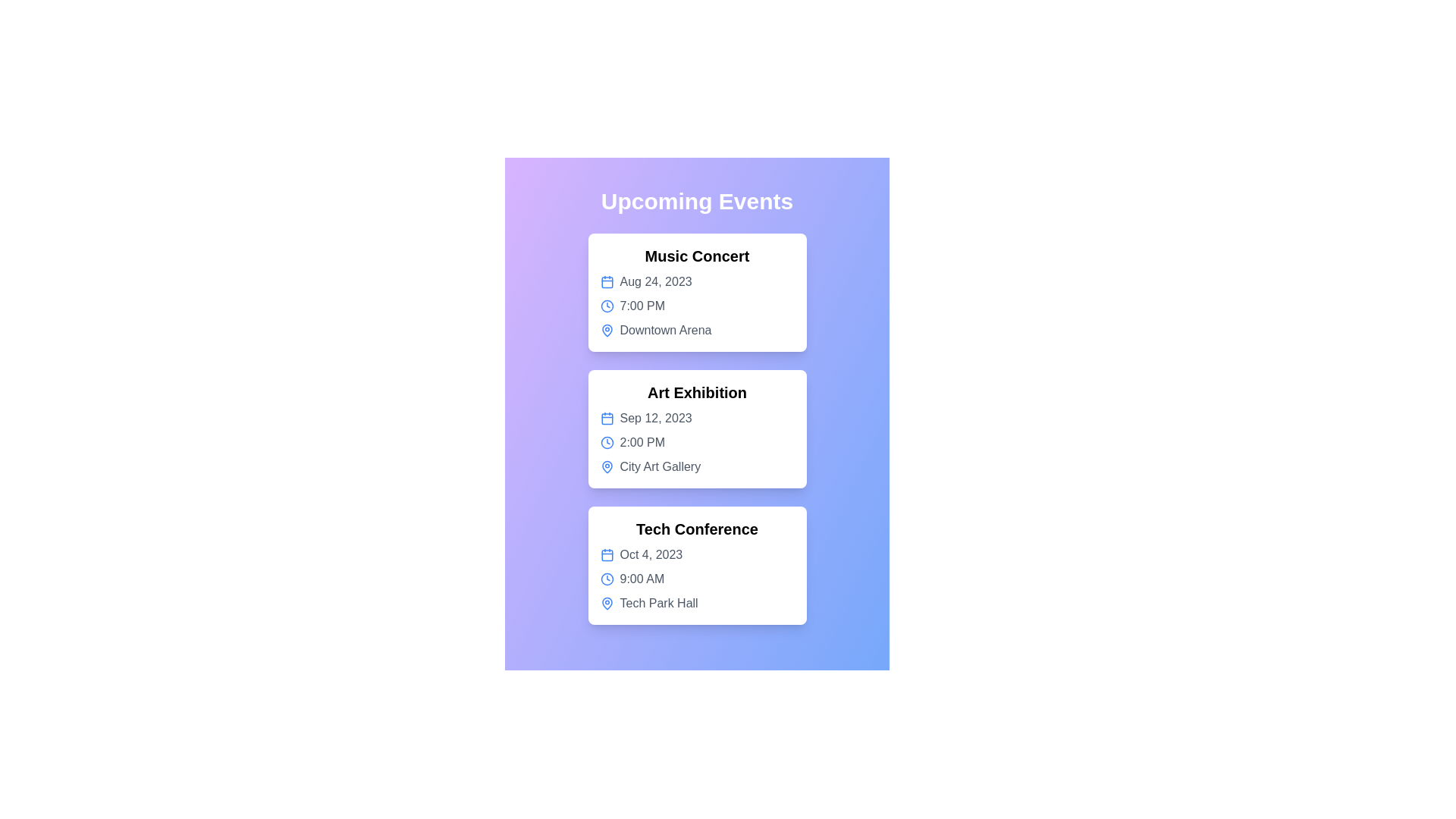 This screenshot has height=819, width=1456. I want to click on the geographic location icon representing 'Tech Park Hall' located to the immediate left of the text 'Tech Park Hall' within the 'Tech Conference' card, so click(607, 602).